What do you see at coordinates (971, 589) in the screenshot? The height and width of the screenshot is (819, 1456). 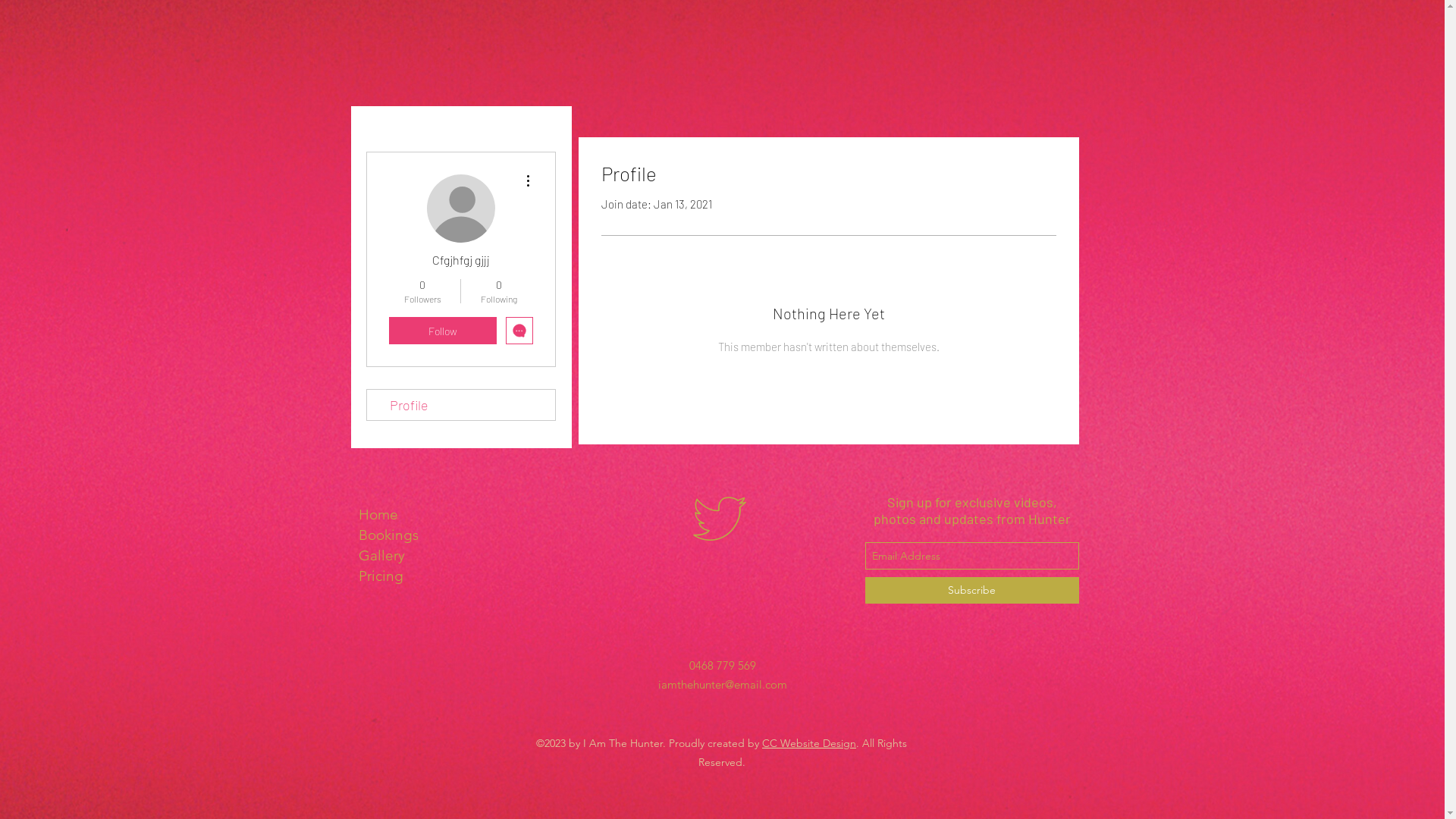 I see `'Subscribe'` at bounding box center [971, 589].